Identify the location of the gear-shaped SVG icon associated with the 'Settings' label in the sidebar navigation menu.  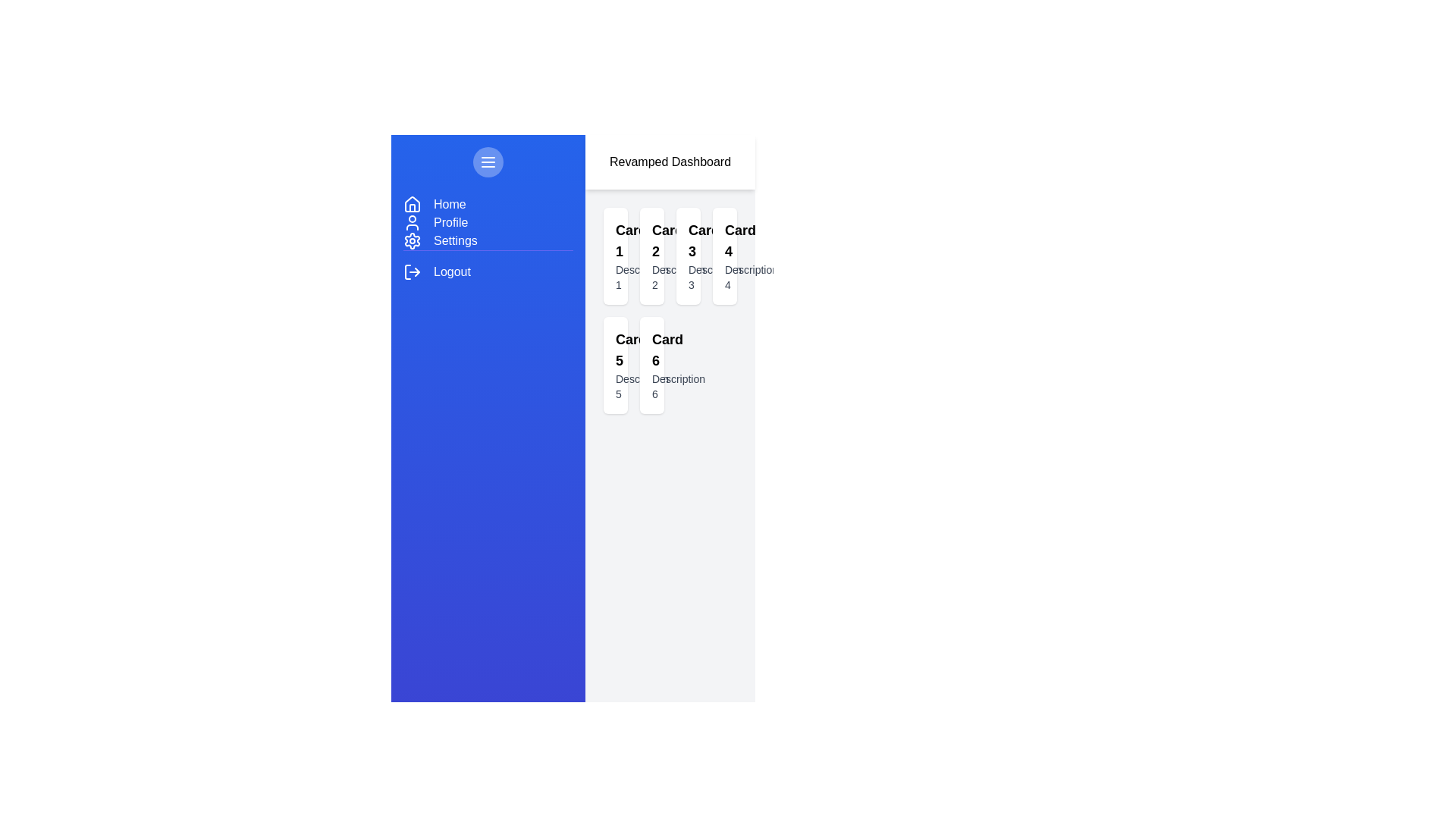
(412, 240).